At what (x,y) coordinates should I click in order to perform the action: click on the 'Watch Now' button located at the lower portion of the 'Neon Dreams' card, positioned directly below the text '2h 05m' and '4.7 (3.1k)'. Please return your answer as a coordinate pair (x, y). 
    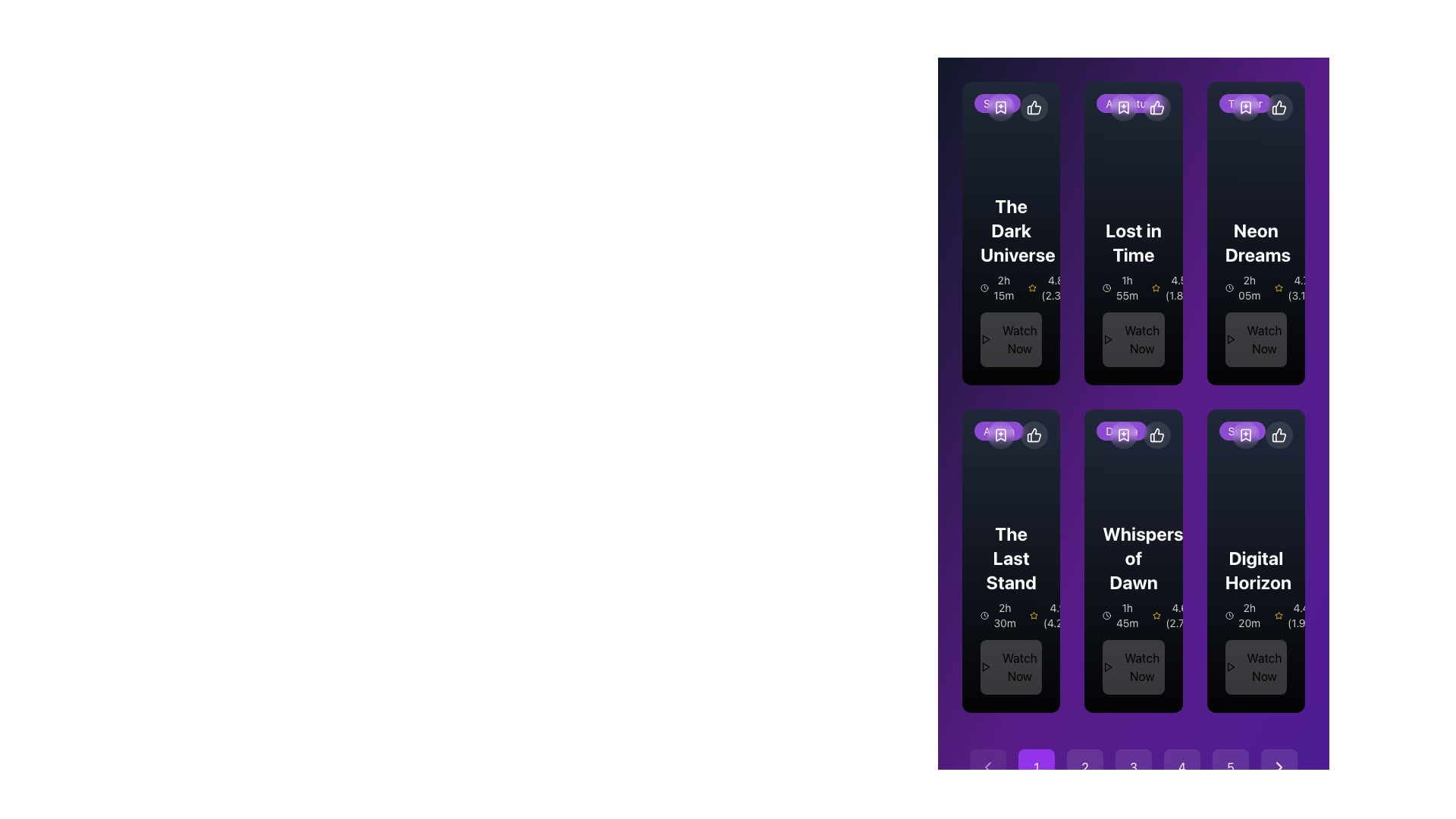
    Looking at the image, I should click on (1256, 338).